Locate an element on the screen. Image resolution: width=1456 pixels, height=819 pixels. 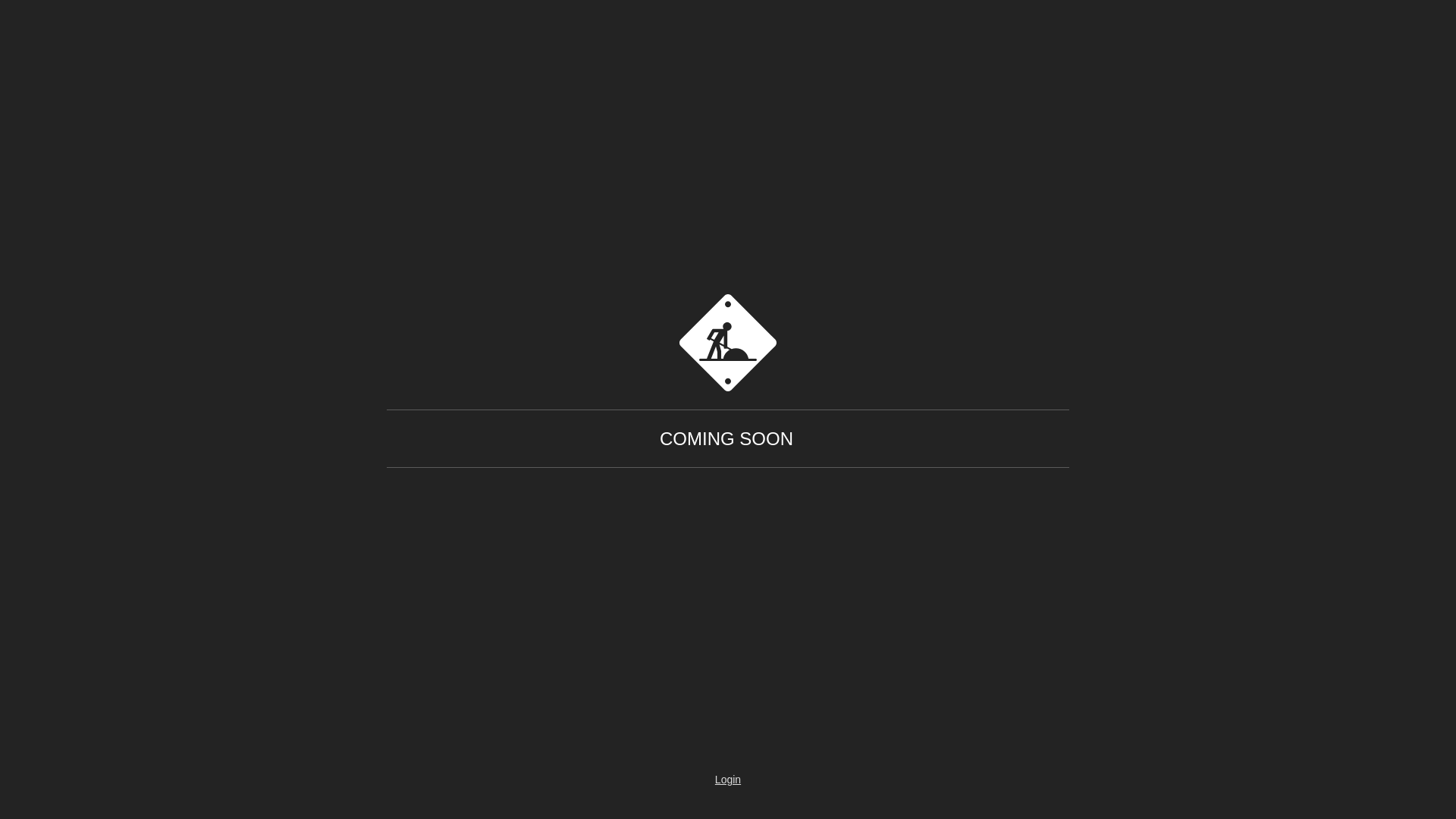
'Login' is located at coordinates (683, 780).